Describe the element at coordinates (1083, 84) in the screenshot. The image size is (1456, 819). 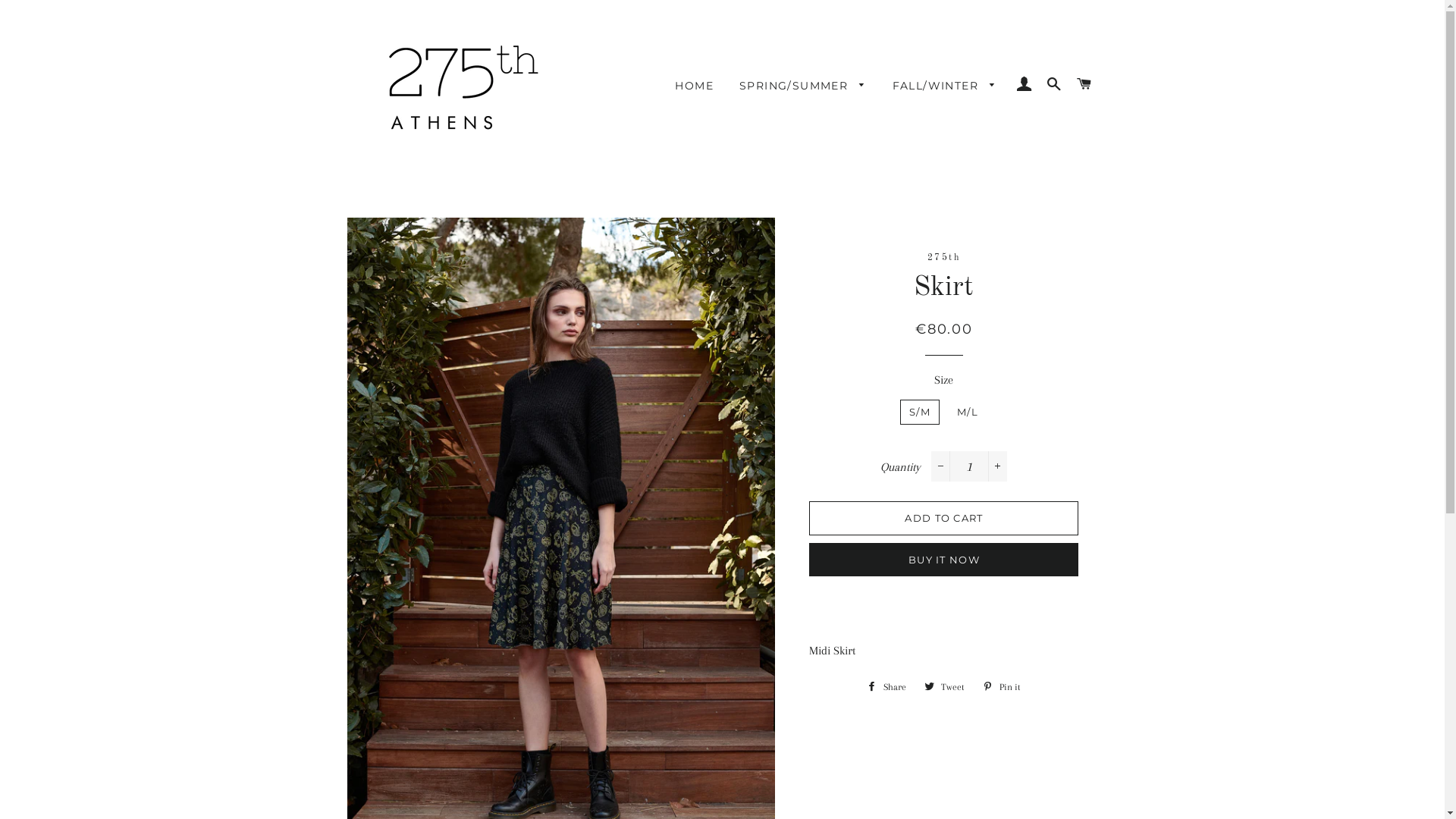
I see `'CART'` at that location.